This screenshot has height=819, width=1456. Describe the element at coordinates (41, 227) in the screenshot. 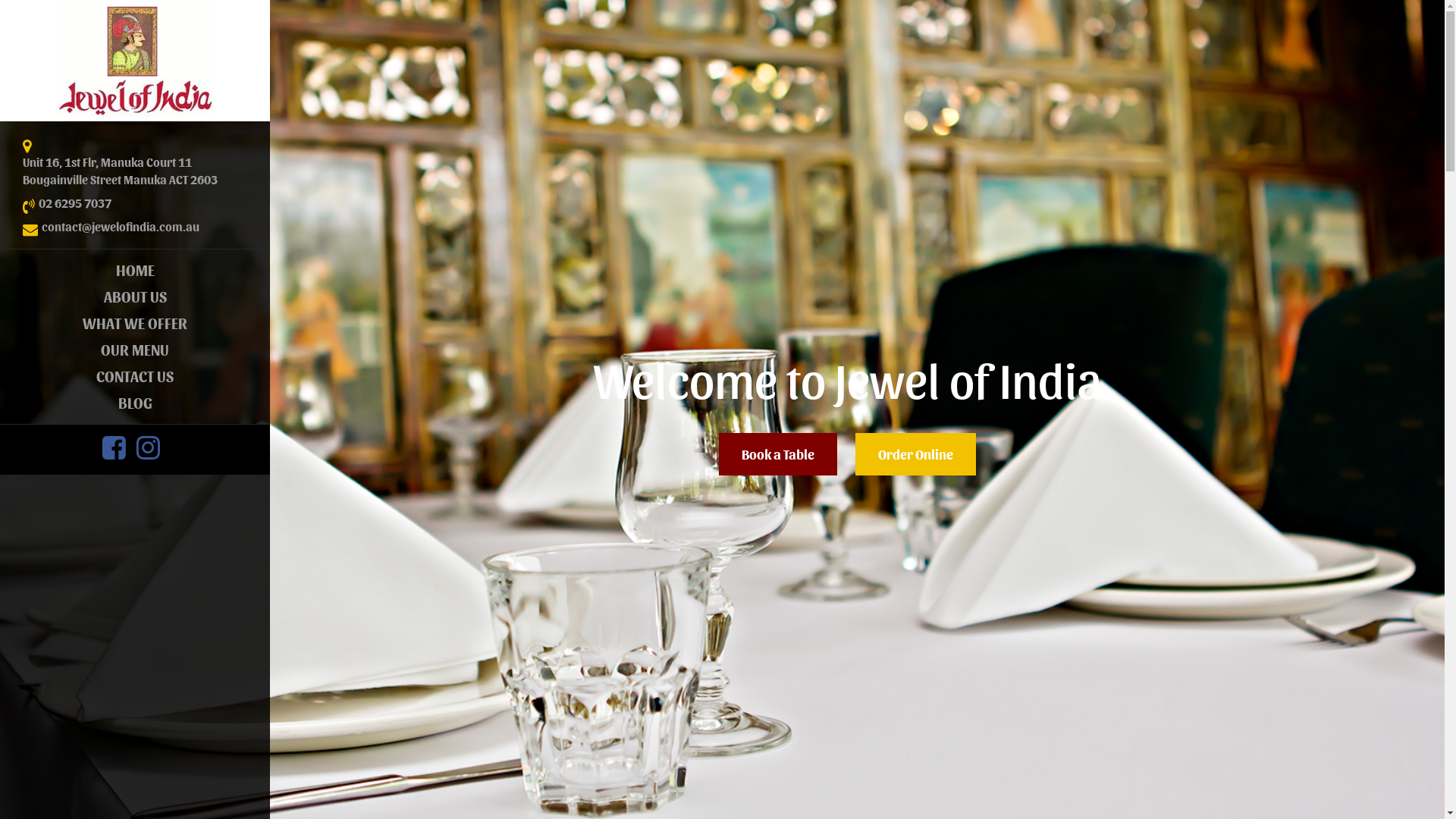

I see `'contact@jewelofindia.com.au'` at that location.